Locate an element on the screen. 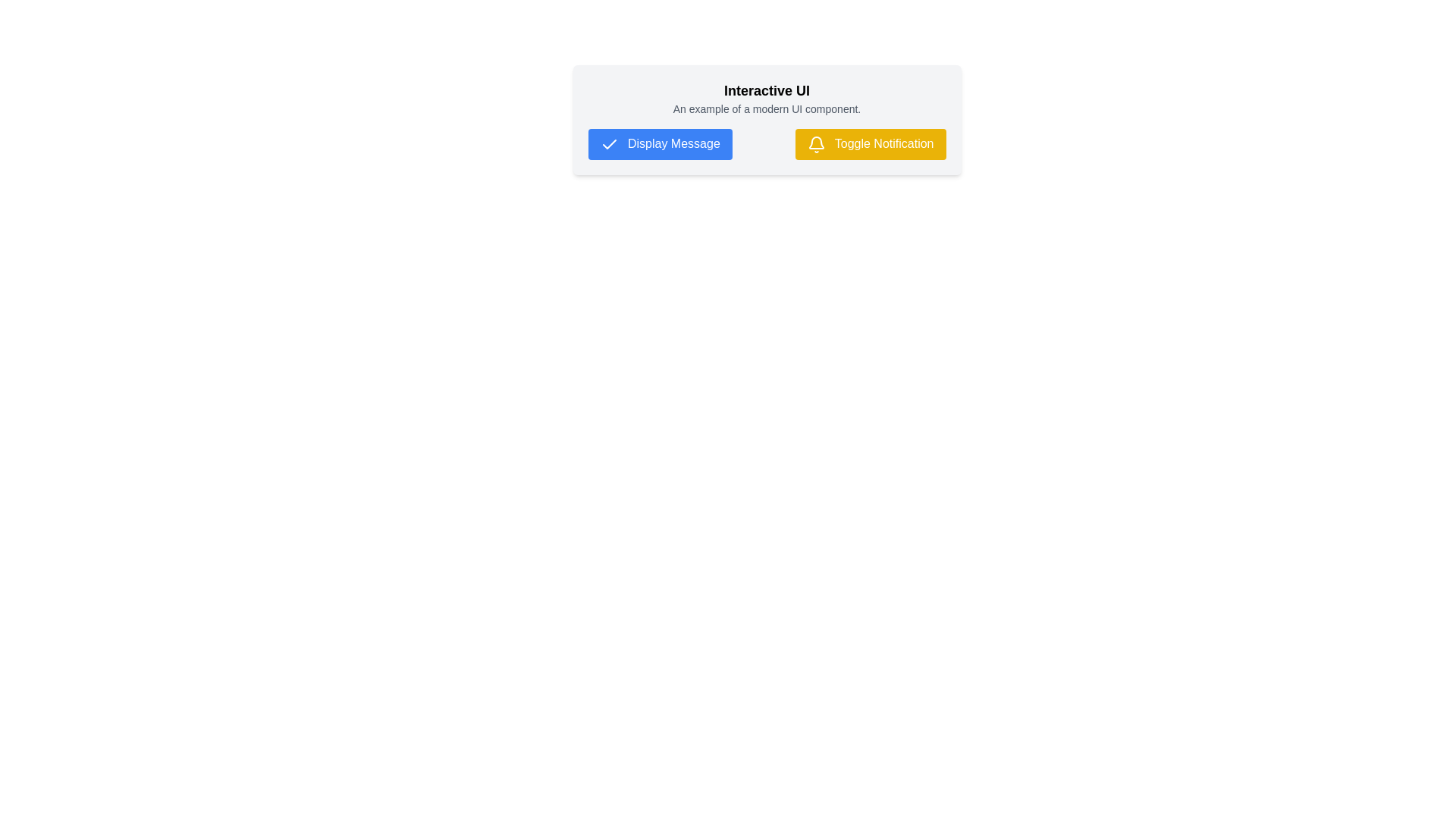 The height and width of the screenshot is (819, 1456). the blue button labeled 'Display Message' which contains a white checkmark icon is located at coordinates (660, 144).